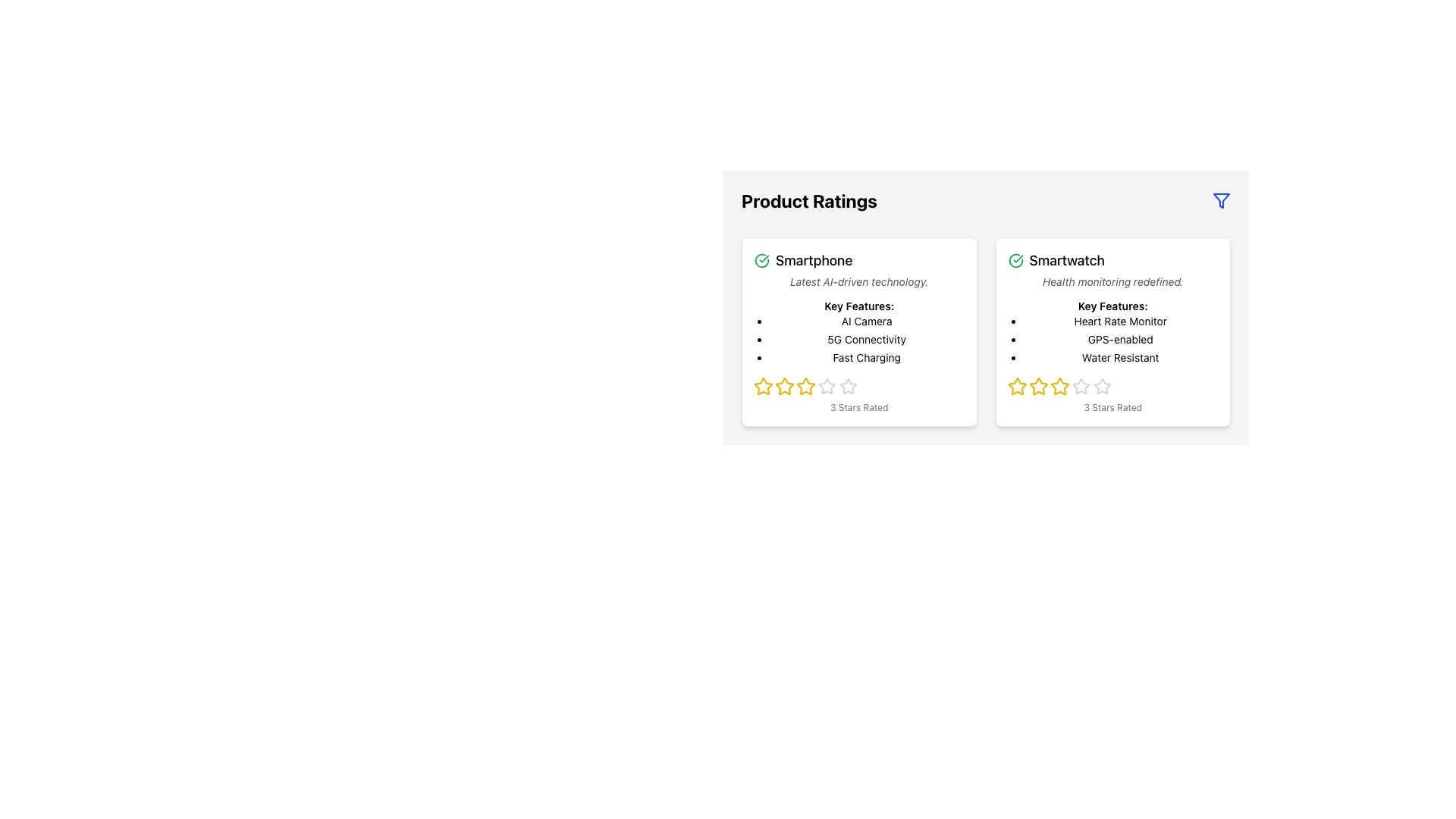  Describe the element at coordinates (805, 385) in the screenshot. I see `the third star in the row of star rating icons located under the 'Smartphone' card in the 'Product Ratings' section` at that location.